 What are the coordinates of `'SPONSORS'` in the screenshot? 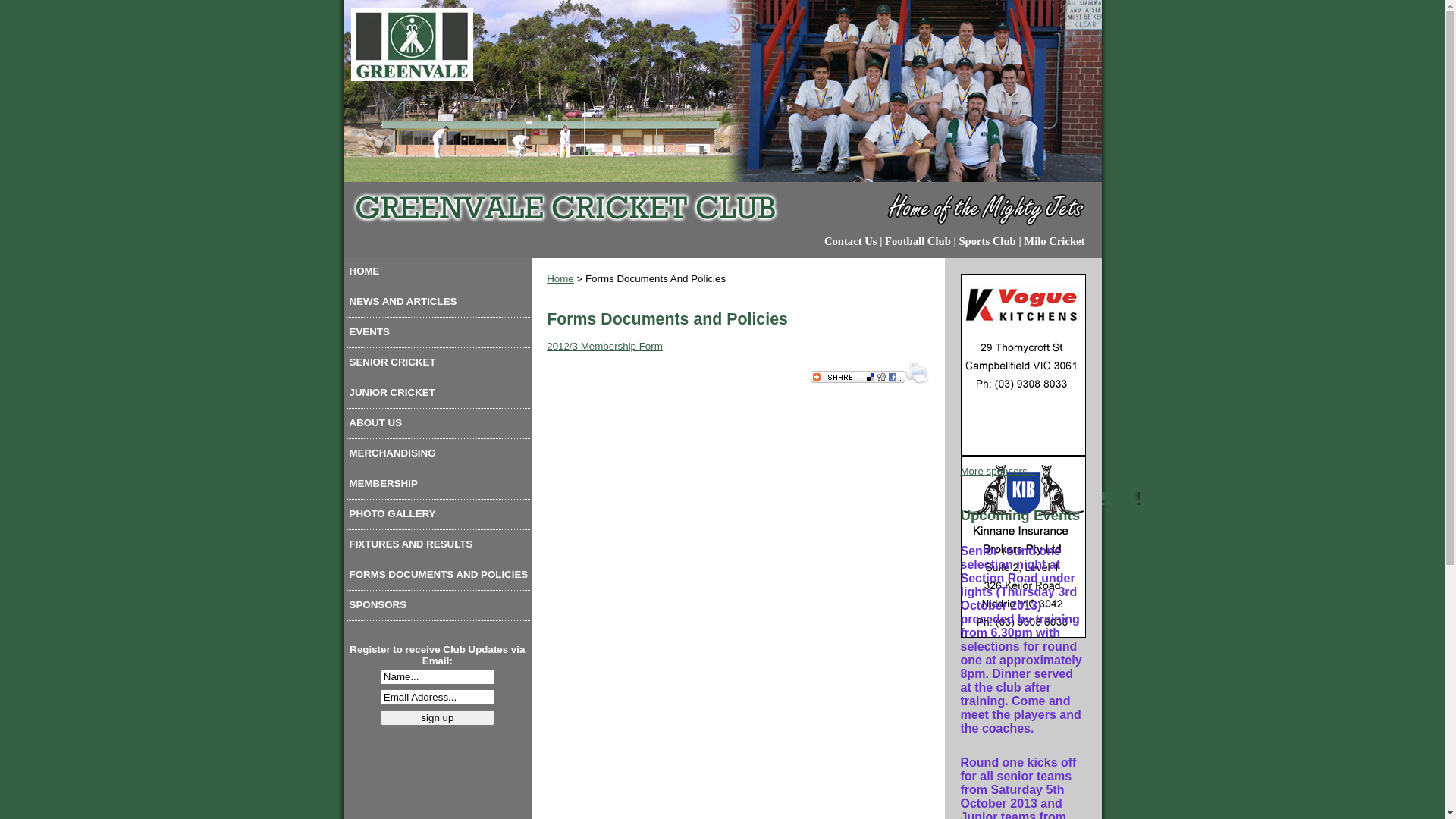 It's located at (438, 607).